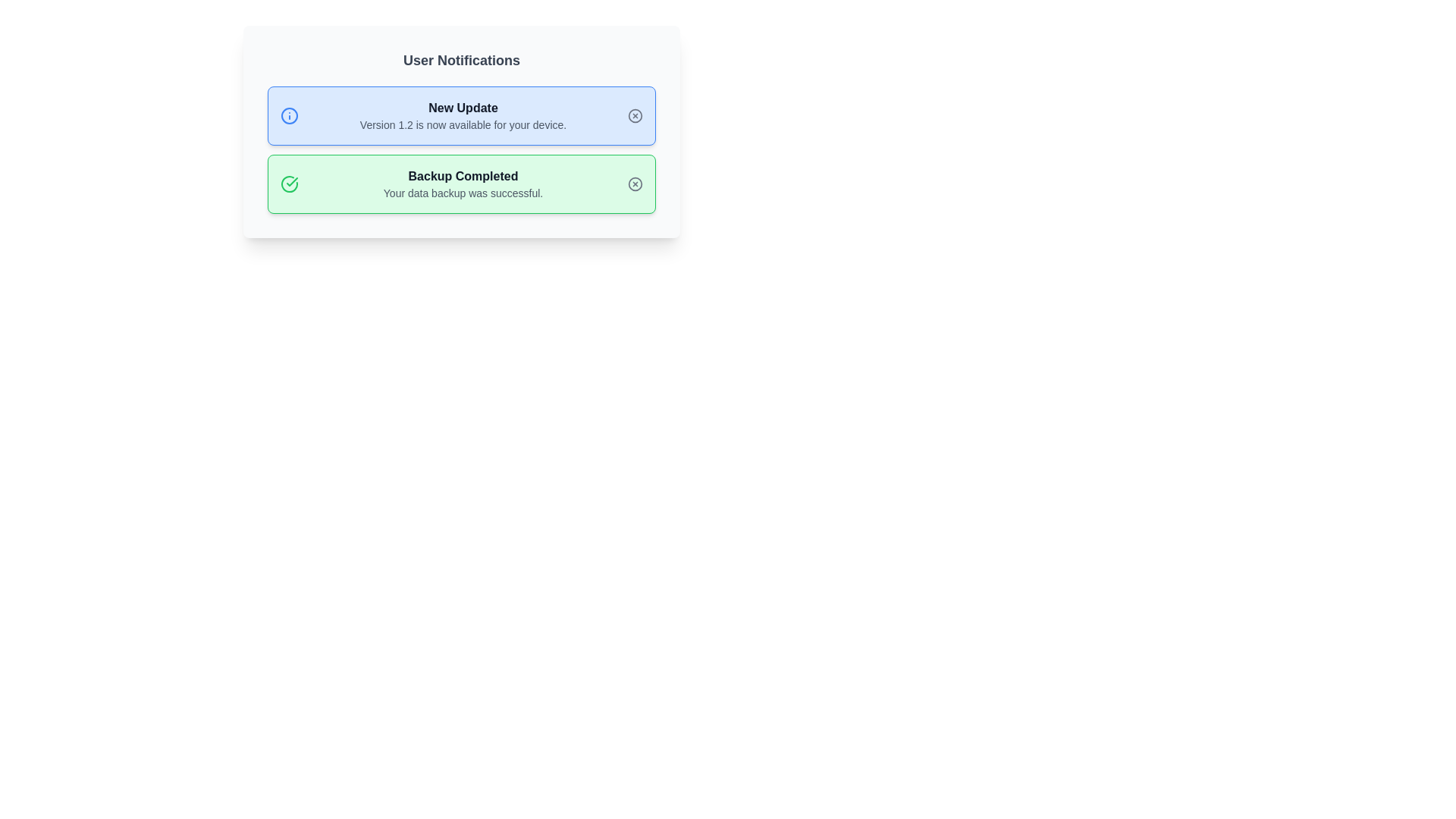 This screenshot has width=1456, height=819. Describe the element at coordinates (462, 175) in the screenshot. I see `information provided by the text label displaying 'Backup Completed' in bold font and dark gray color, located on a green background area under the 'User Notifications' header` at that location.